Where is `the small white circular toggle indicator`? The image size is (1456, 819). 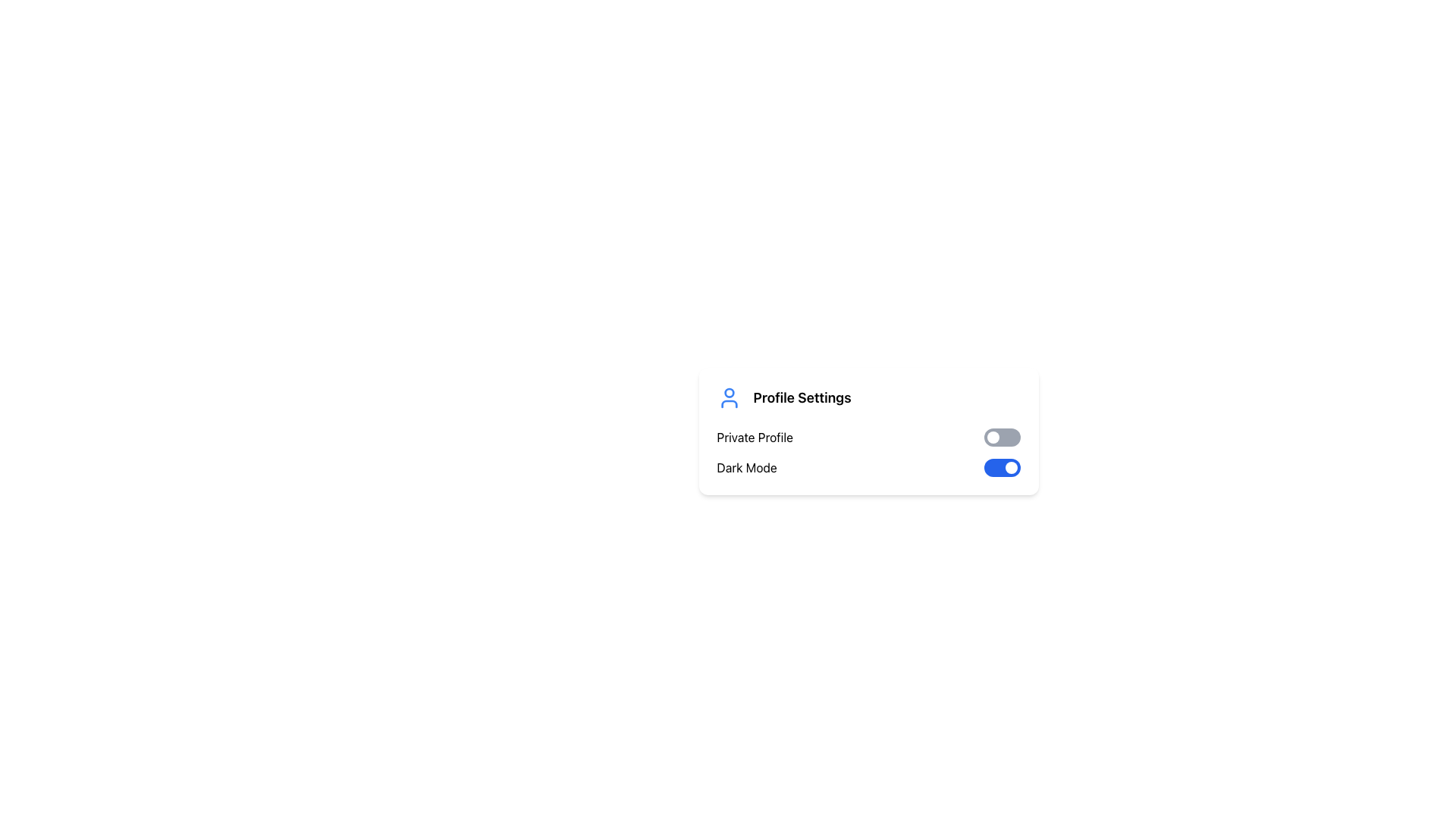 the small white circular toggle indicator is located at coordinates (1011, 467).